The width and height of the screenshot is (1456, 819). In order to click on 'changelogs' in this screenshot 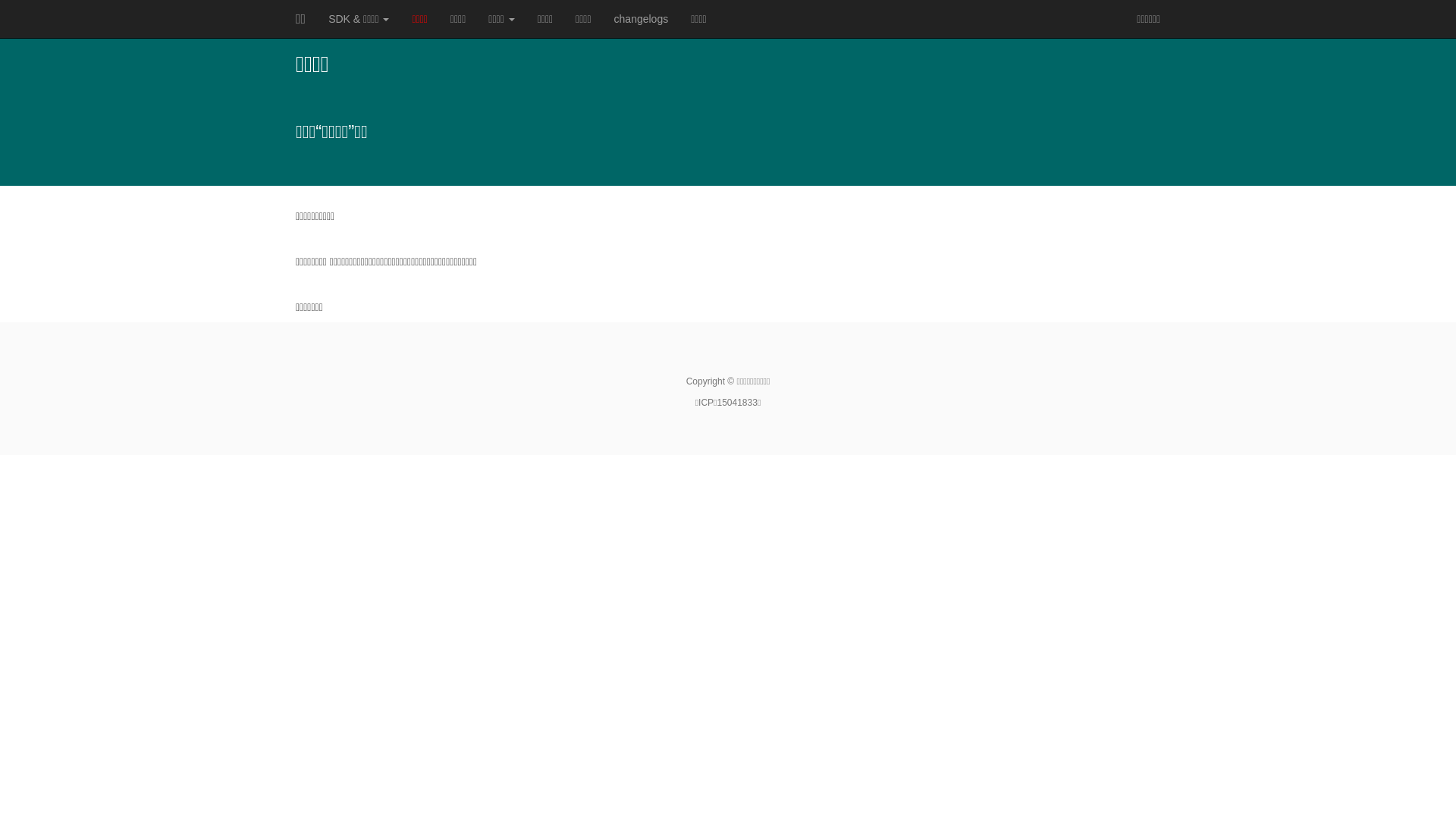, I will do `click(641, 18)`.